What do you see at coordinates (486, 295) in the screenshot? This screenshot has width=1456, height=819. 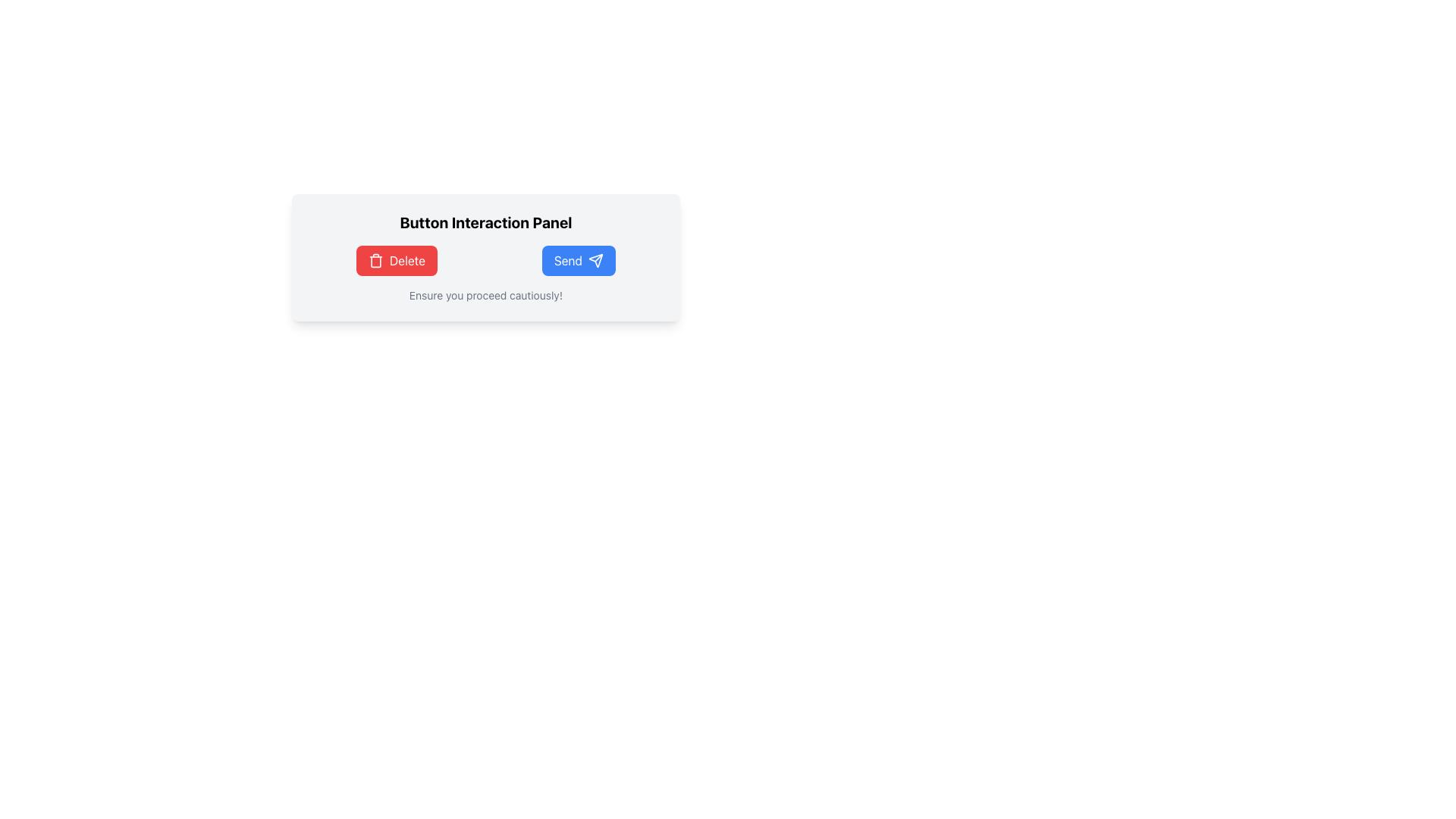 I see `the text label displaying 'Ensure you proceed cautiously!' which is located under the 'Delete' and 'Send' buttons in the 'Button Interaction Panel'` at bounding box center [486, 295].